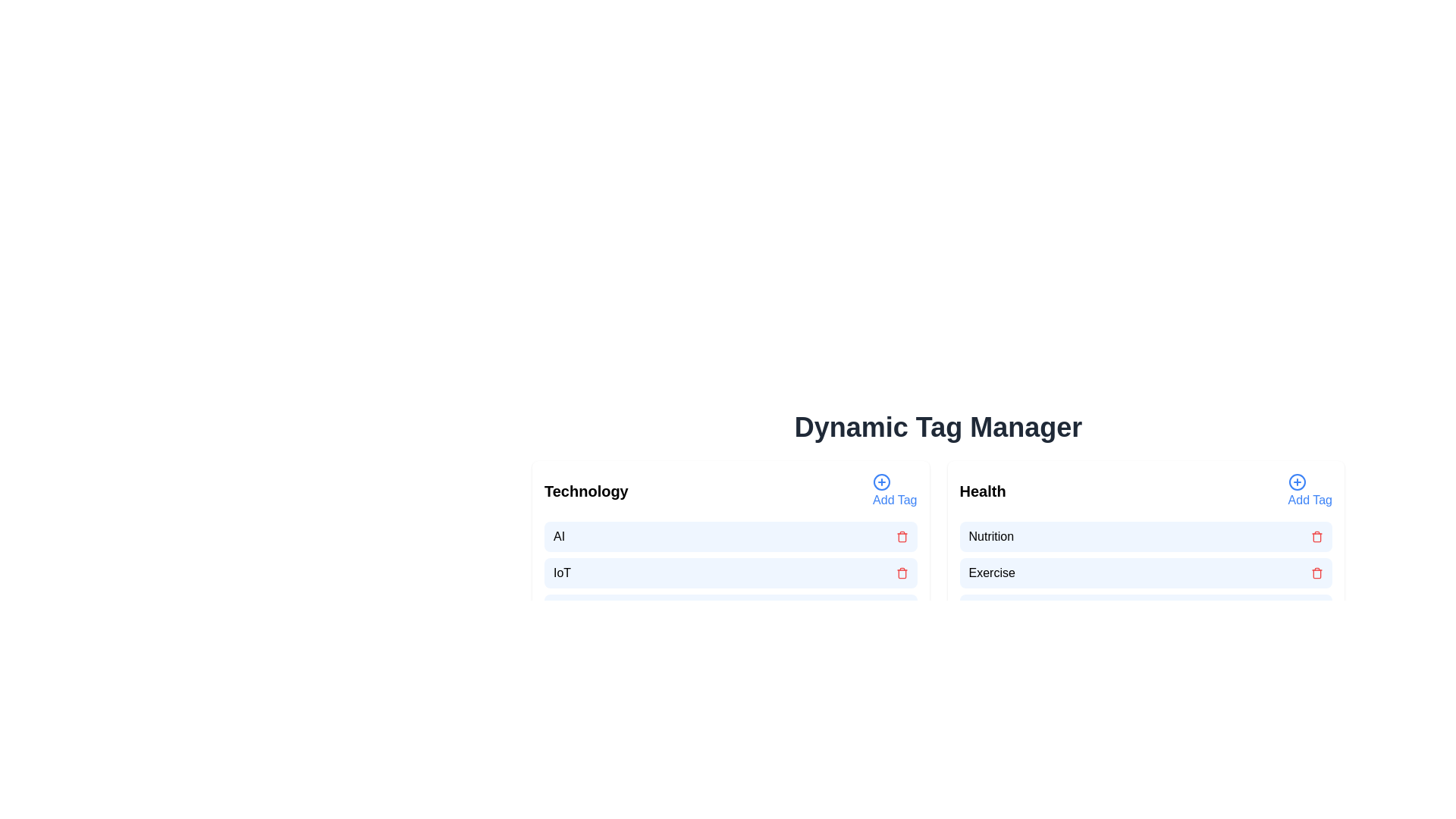 This screenshot has width=1456, height=819. What do you see at coordinates (992, 573) in the screenshot?
I see `text label element displaying 'Exercise' located in the 'Health' section, directly below 'Nutrition', for further details` at bounding box center [992, 573].